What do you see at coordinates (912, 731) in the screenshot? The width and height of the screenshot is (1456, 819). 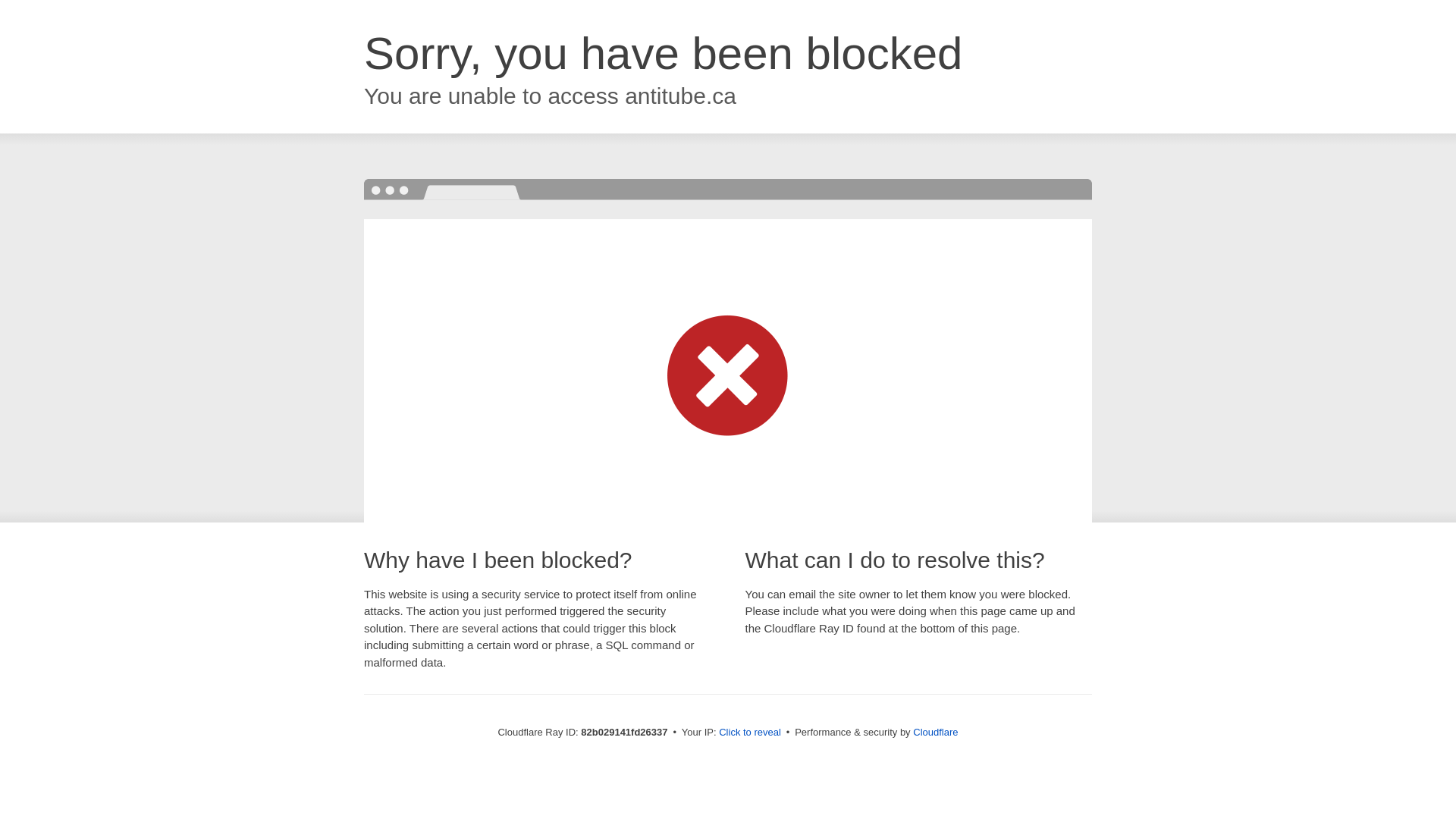 I see `'Cloudflare'` at bounding box center [912, 731].